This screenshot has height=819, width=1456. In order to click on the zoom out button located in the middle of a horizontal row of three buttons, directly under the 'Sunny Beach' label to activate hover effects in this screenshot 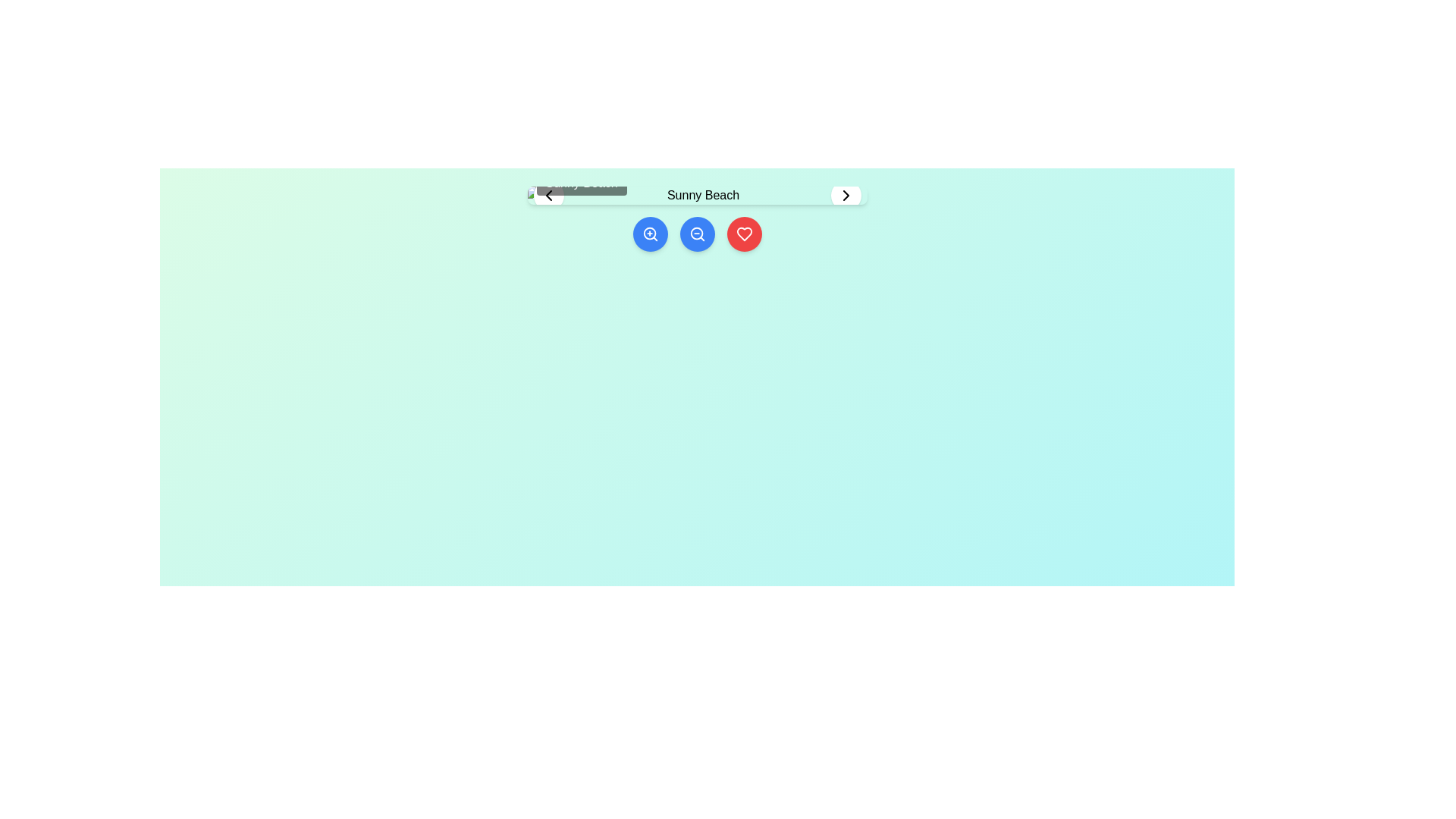, I will do `click(696, 234)`.